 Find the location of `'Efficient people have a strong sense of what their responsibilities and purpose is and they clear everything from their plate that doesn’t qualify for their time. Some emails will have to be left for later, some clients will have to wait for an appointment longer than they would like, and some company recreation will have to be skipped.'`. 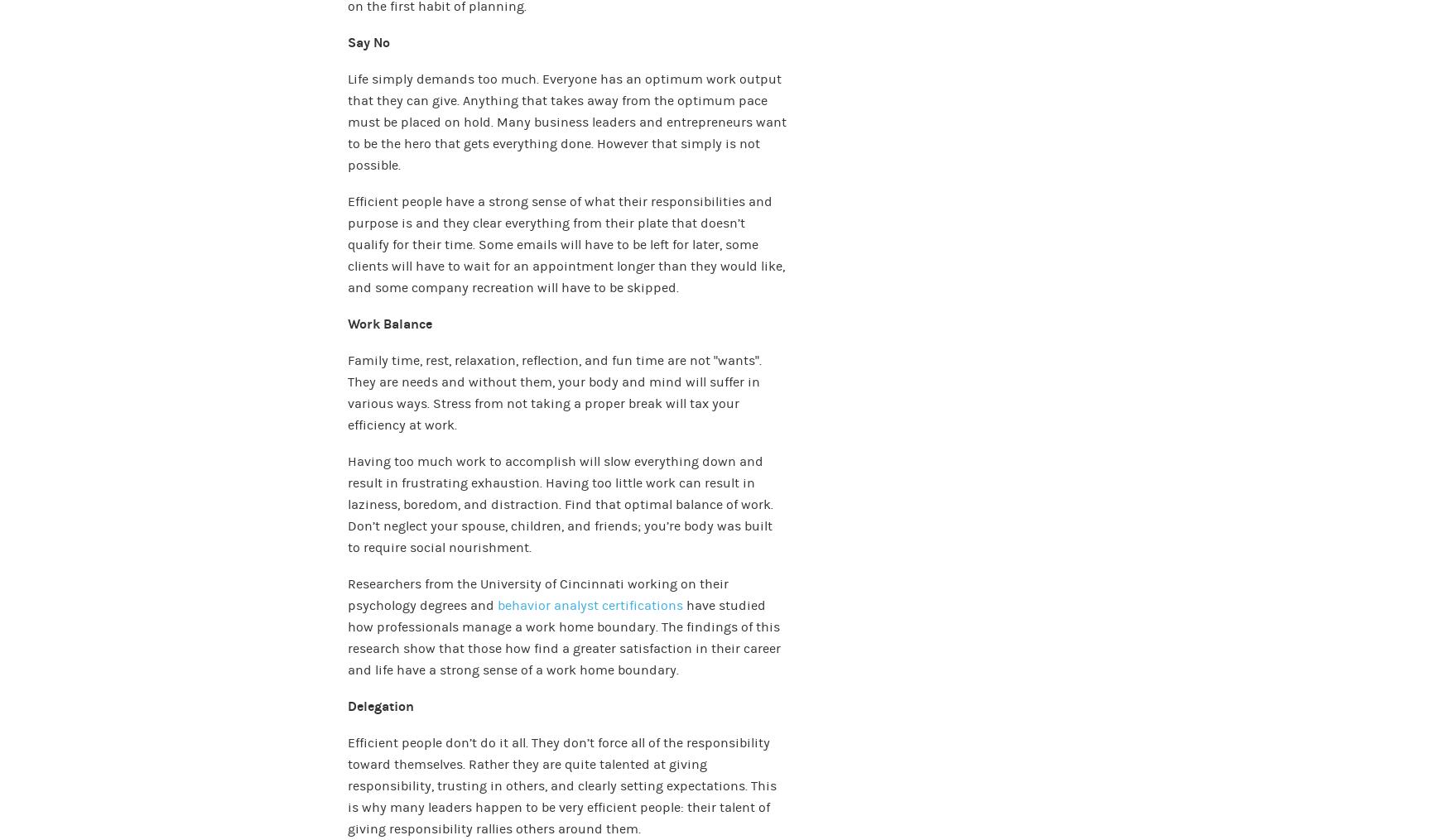

'Efficient people have a strong sense of what their responsibilities and purpose is and they clear everything from their plate that doesn’t qualify for their time. Some emails will have to be left for later, some clients will have to wait for an appointment longer than they would like, and some company recreation will have to be skipped.' is located at coordinates (566, 242).